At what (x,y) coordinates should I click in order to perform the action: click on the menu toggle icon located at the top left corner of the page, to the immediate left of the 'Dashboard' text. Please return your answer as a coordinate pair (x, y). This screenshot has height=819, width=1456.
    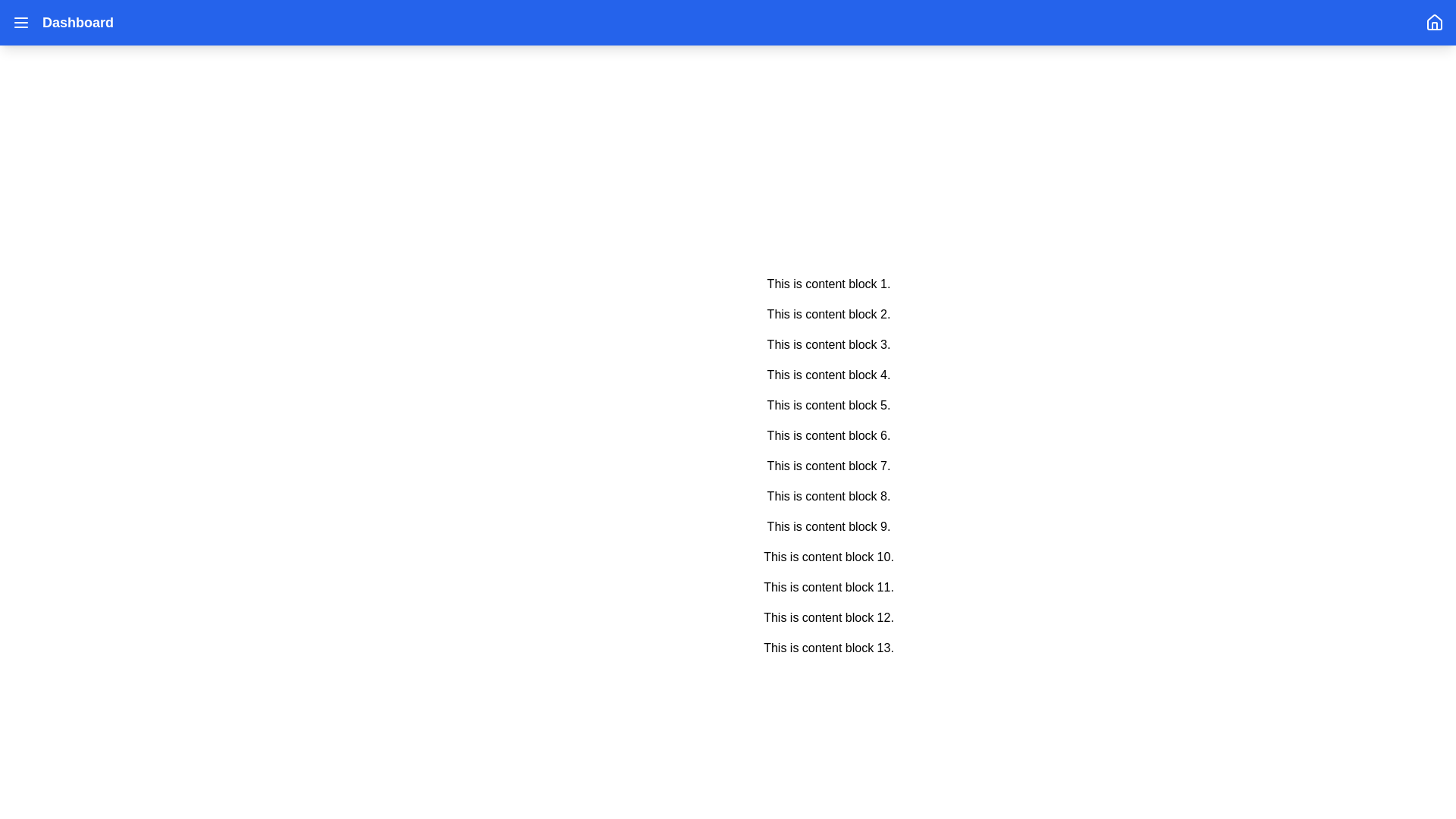
    Looking at the image, I should click on (21, 23).